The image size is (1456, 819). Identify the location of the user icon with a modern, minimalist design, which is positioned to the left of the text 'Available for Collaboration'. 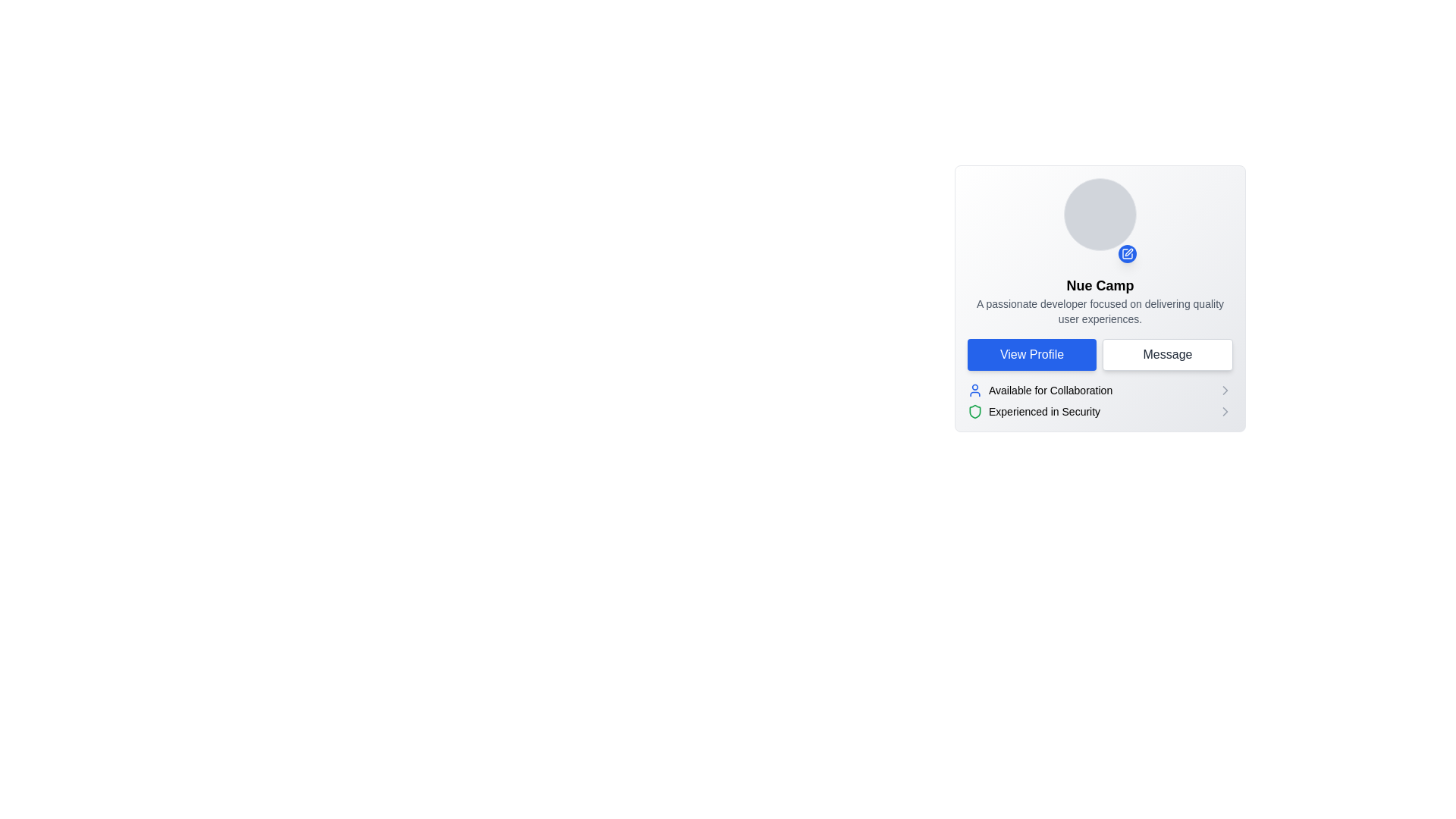
(975, 390).